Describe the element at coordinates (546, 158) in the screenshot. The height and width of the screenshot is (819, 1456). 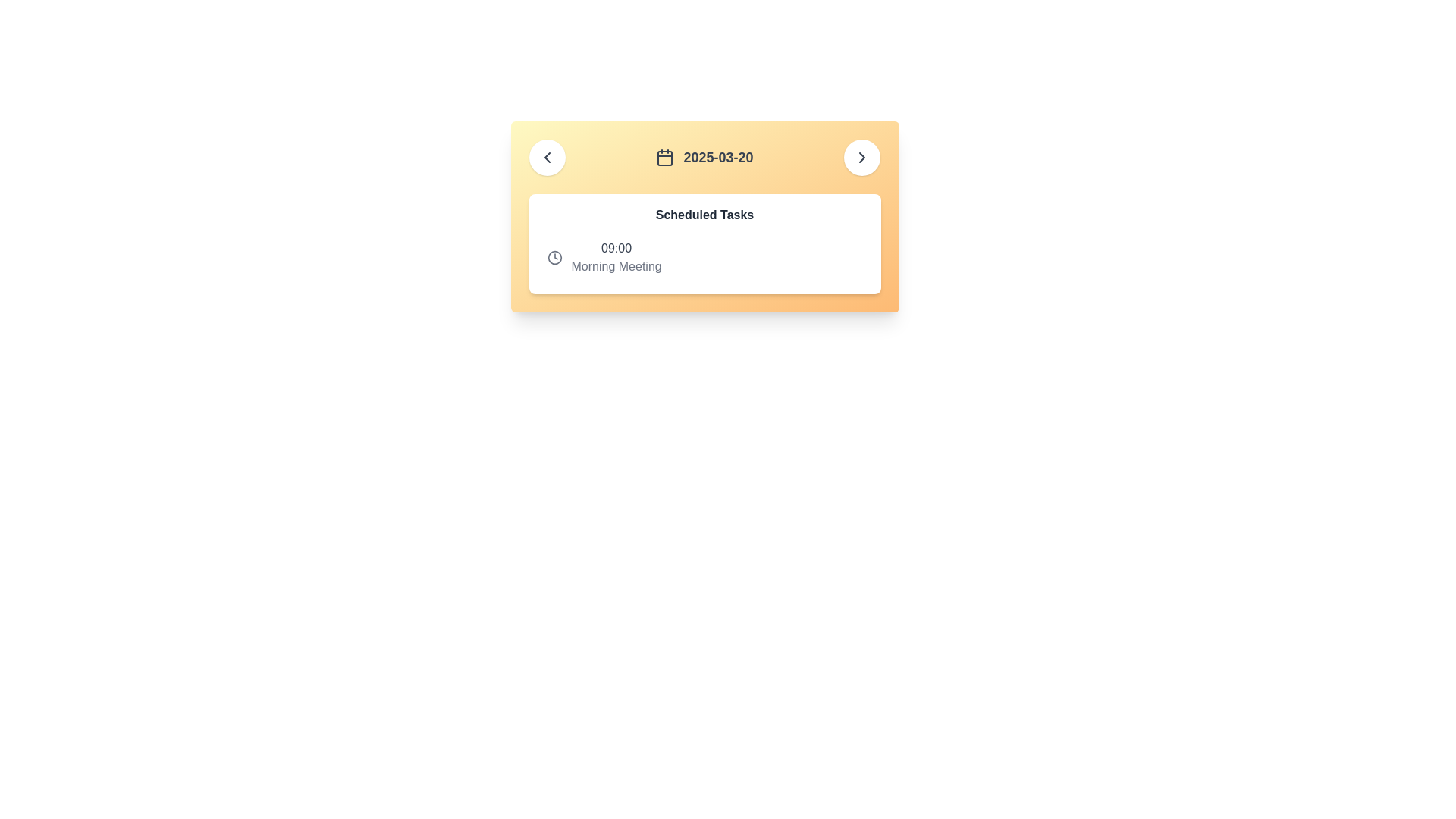
I see `left-pointing chevron arrow icon contained within the circular button located on the left side of the header section of the card interface, which signifies a 'back' or 'previous' action` at that location.